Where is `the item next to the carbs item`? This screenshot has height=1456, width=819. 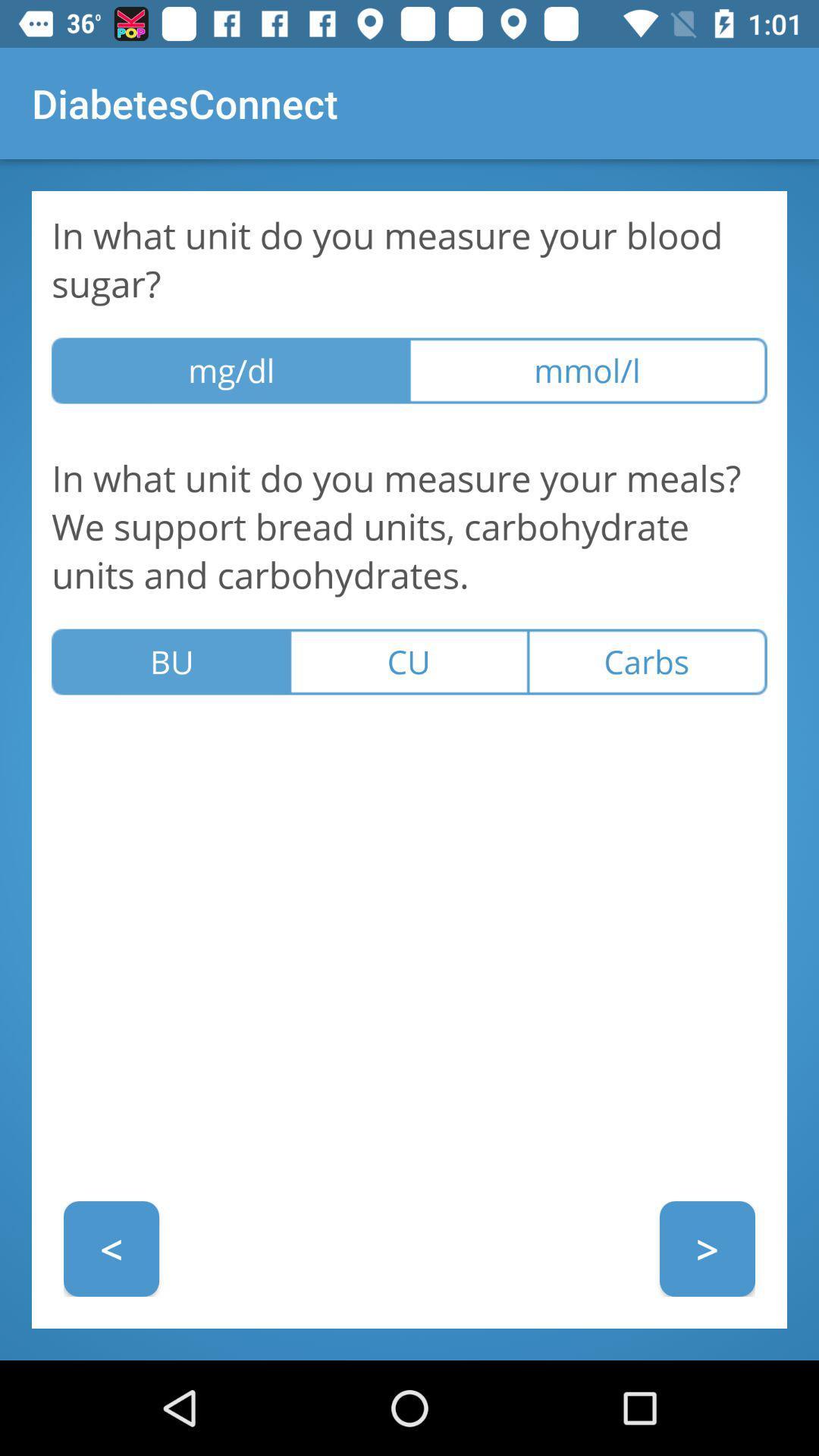
the item next to the carbs item is located at coordinates (408, 662).